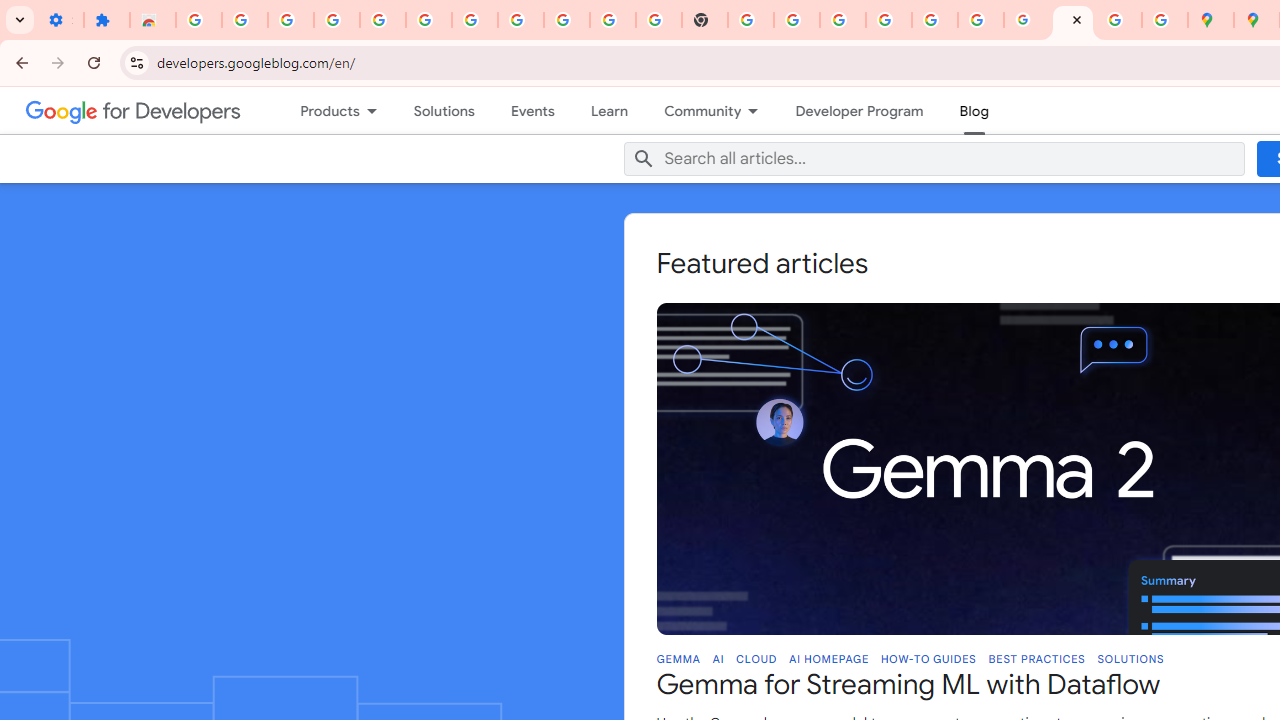 Image resolution: width=1280 pixels, height=720 pixels. What do you see at coordinates (694, 110) in the screenshot?
I see `'Community'` at bounding box center [694, 110].